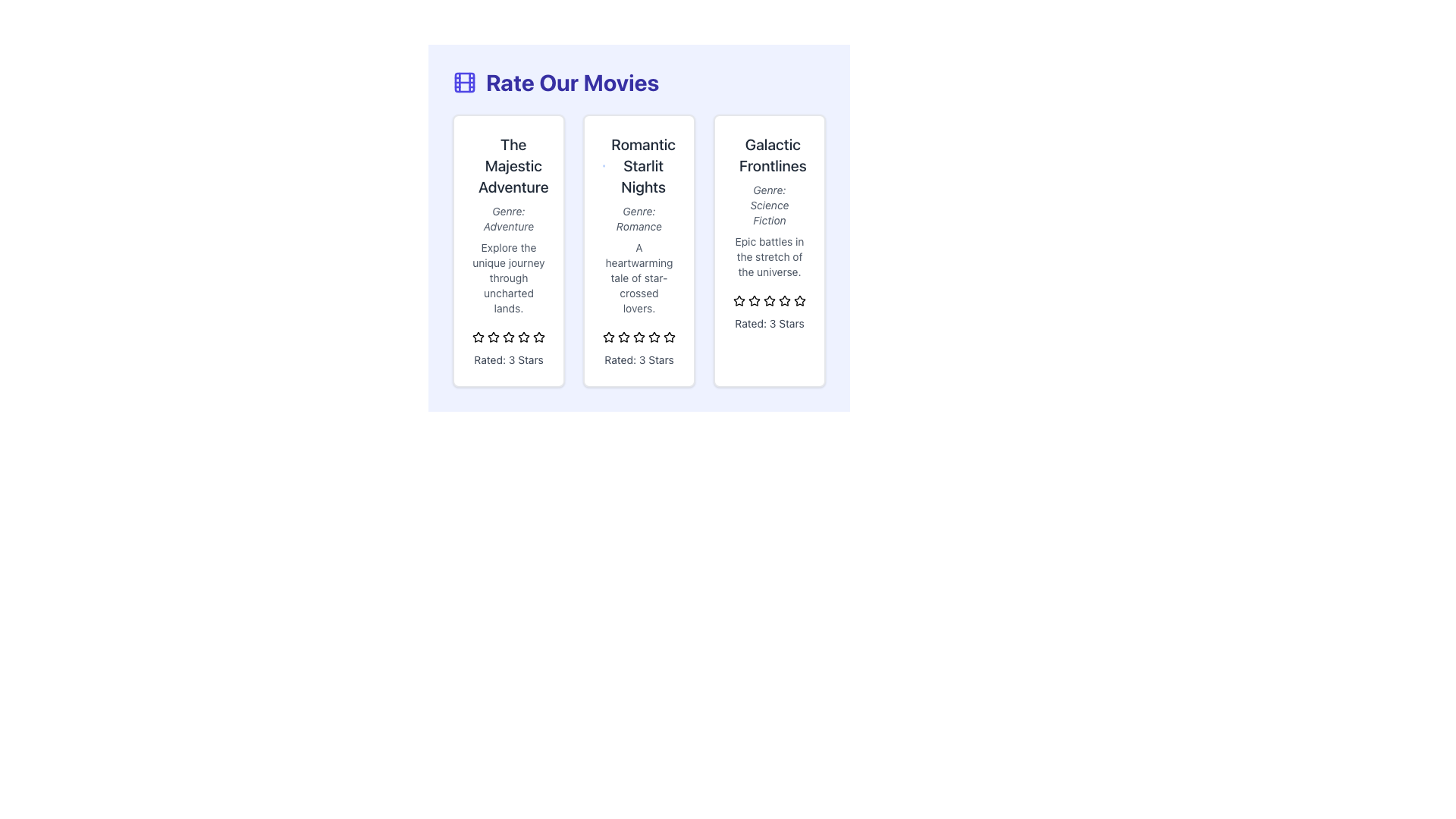 This screenshot has width=1456, height=819. I want to click on the first star icon in the five-star rating system below 'The Majestic Adventure' movie card, so click(477, 336).